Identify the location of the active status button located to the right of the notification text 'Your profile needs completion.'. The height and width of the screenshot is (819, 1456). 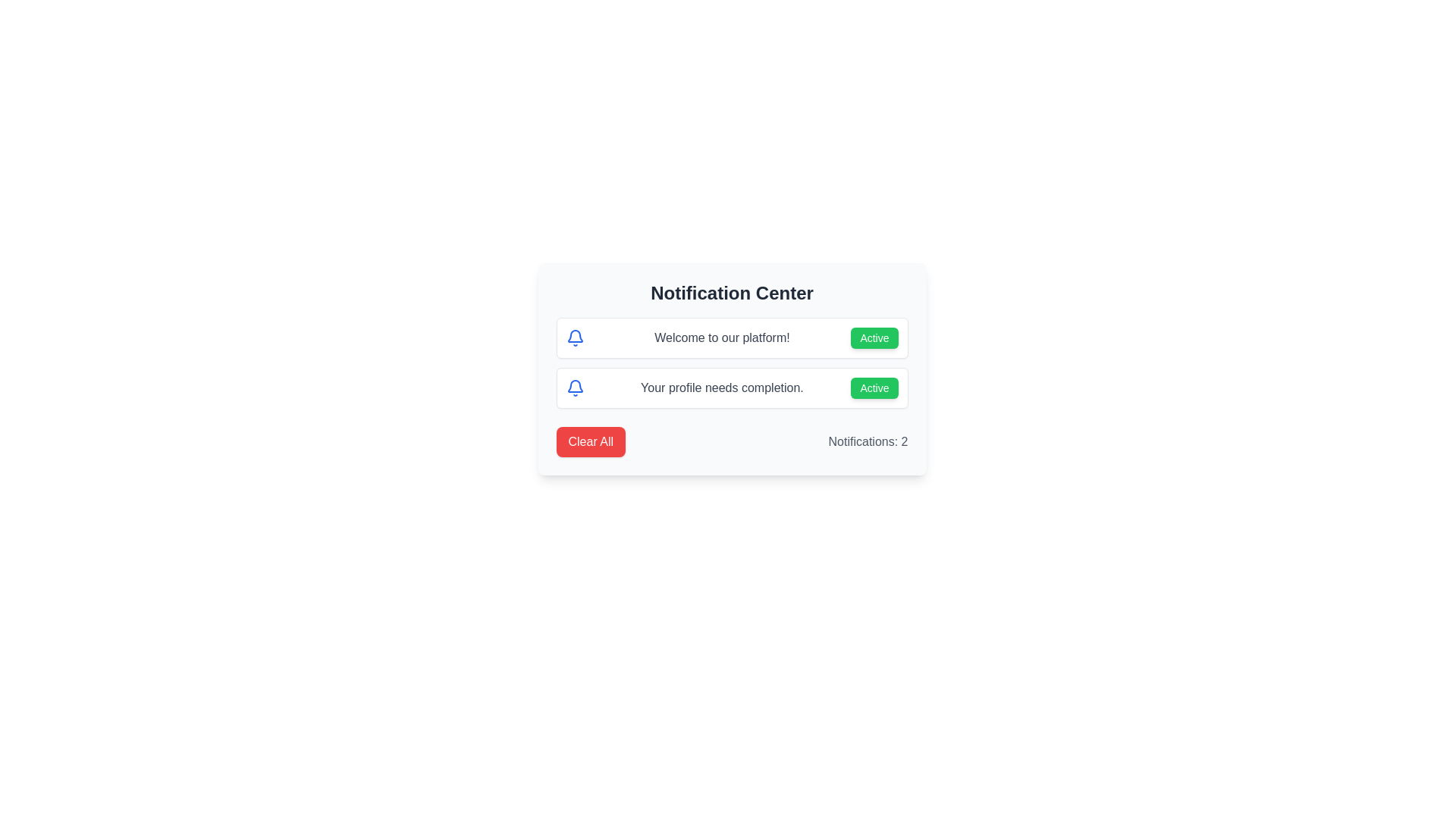
(874, 388).